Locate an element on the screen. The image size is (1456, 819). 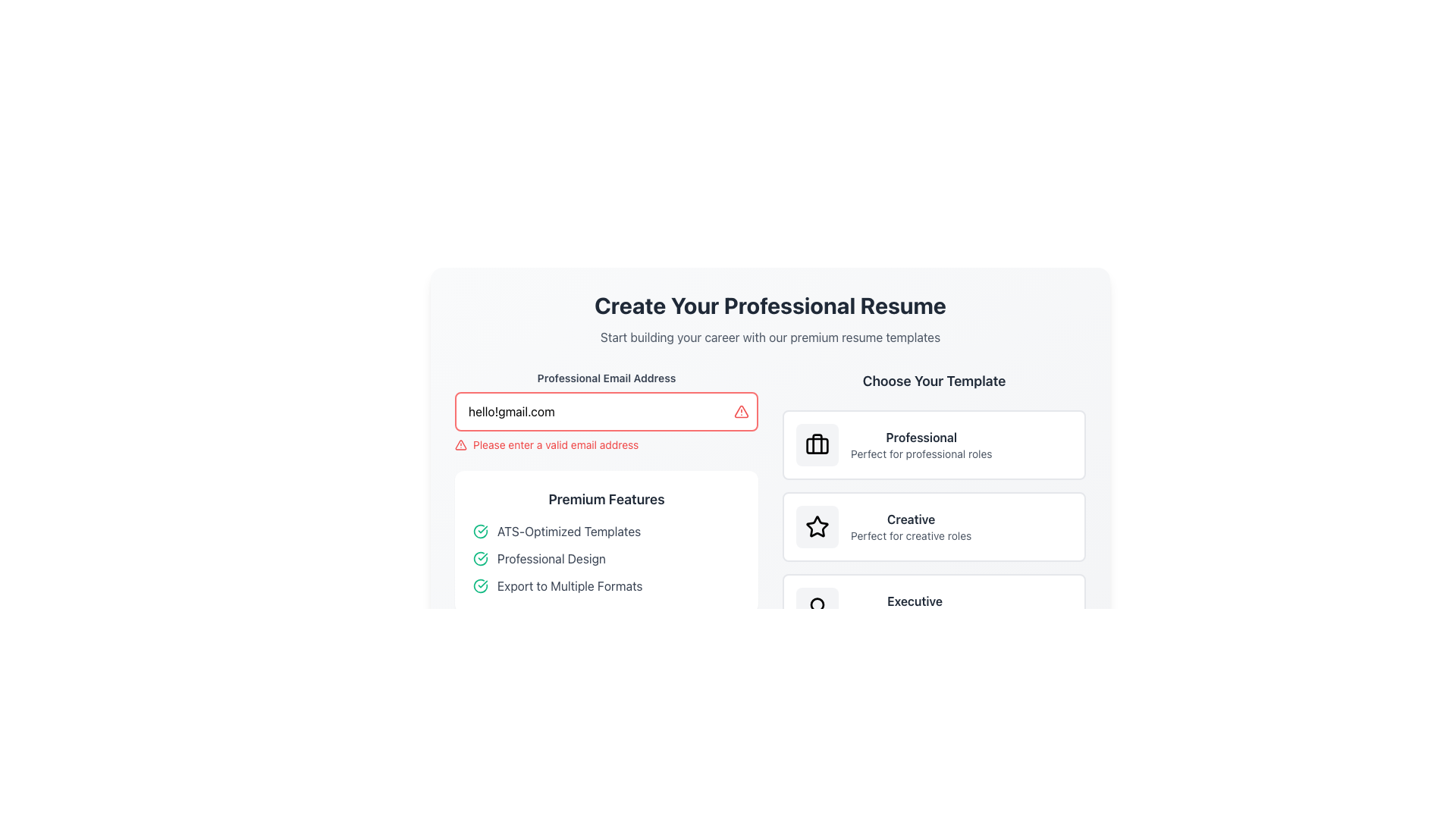
description of the 'Creative' template option, which is the second template displayed under the 'Choose Your Template' section, located below the 'Professional' option and above the 'Executive' option is located at coordinates (910, 526).